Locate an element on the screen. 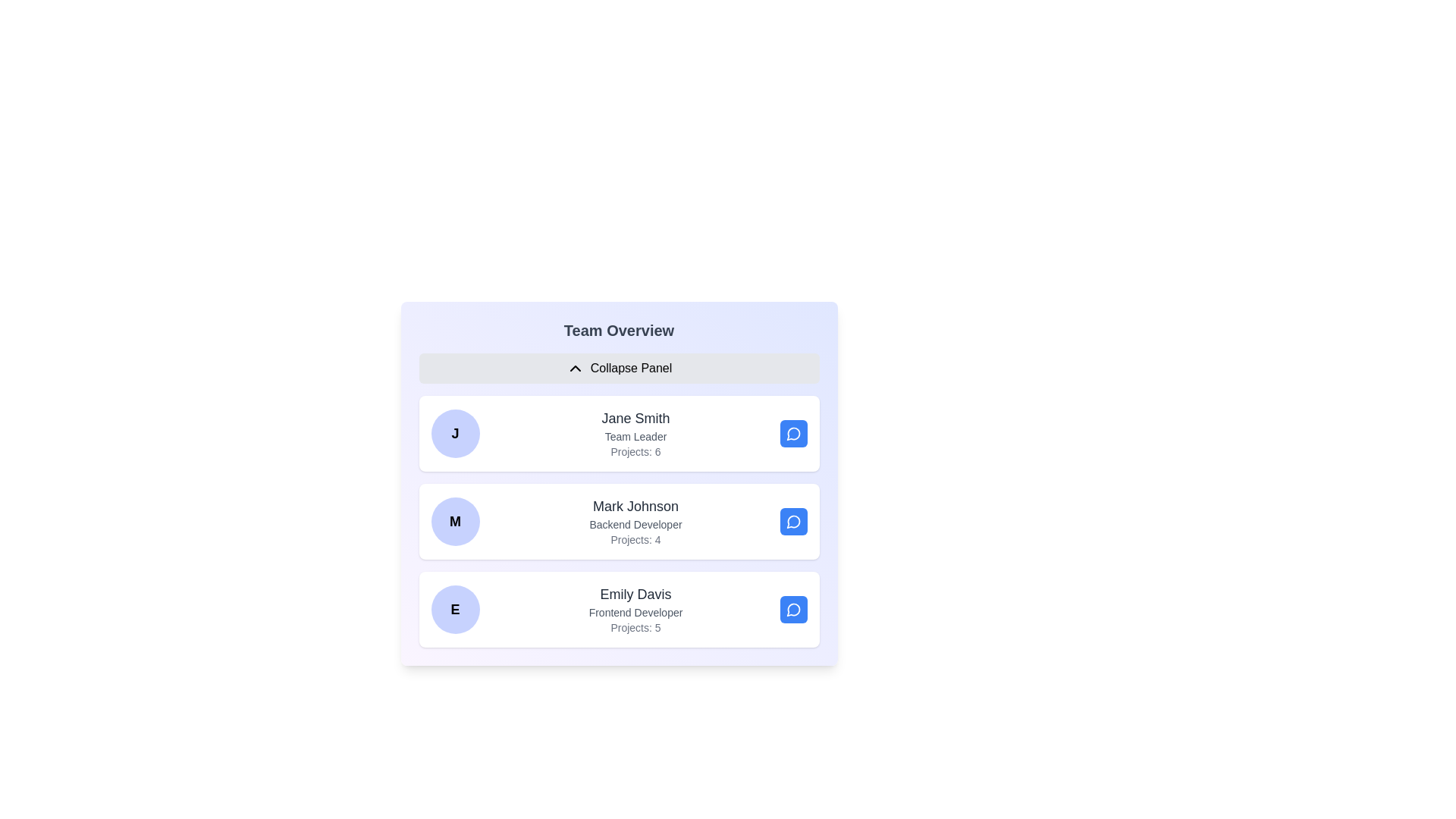 The width and height of the screenshot is (1456, 819). the chevron icon to the left of the 'Collapse Panel' label in the 'Team Overview' interface is located at coordinates (574, 369).